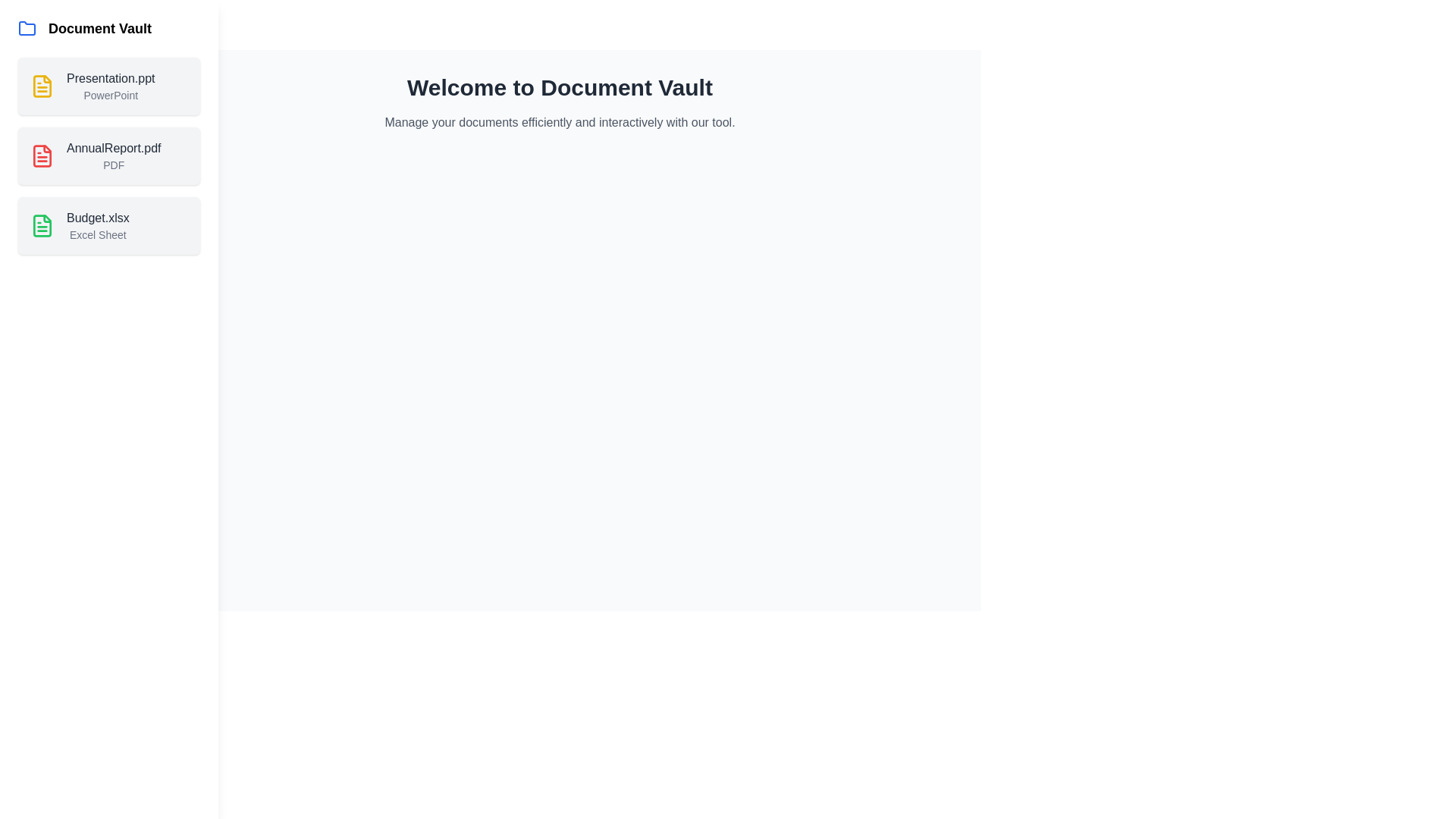 The image size is (1456, 819). I want to click on button located at the top-left corner of the screen to toggle the side drawer visibility, so click(30, 30).